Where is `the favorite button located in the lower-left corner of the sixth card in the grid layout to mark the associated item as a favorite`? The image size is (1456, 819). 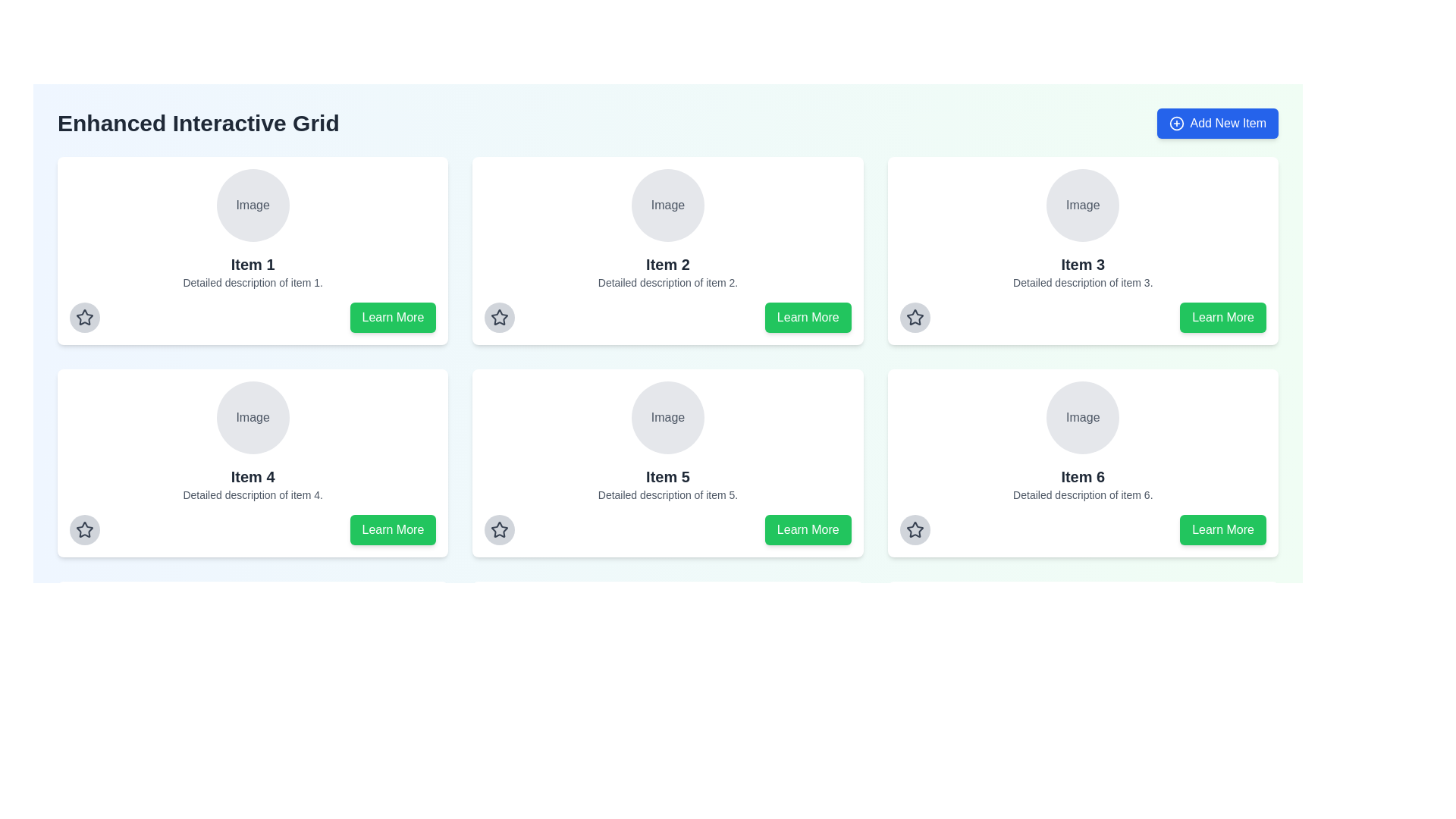
the favorite button located in the lower-left corner of the sixth card in the grid layout to mark the associated item as a favorite is located at coordinates (914, 529).